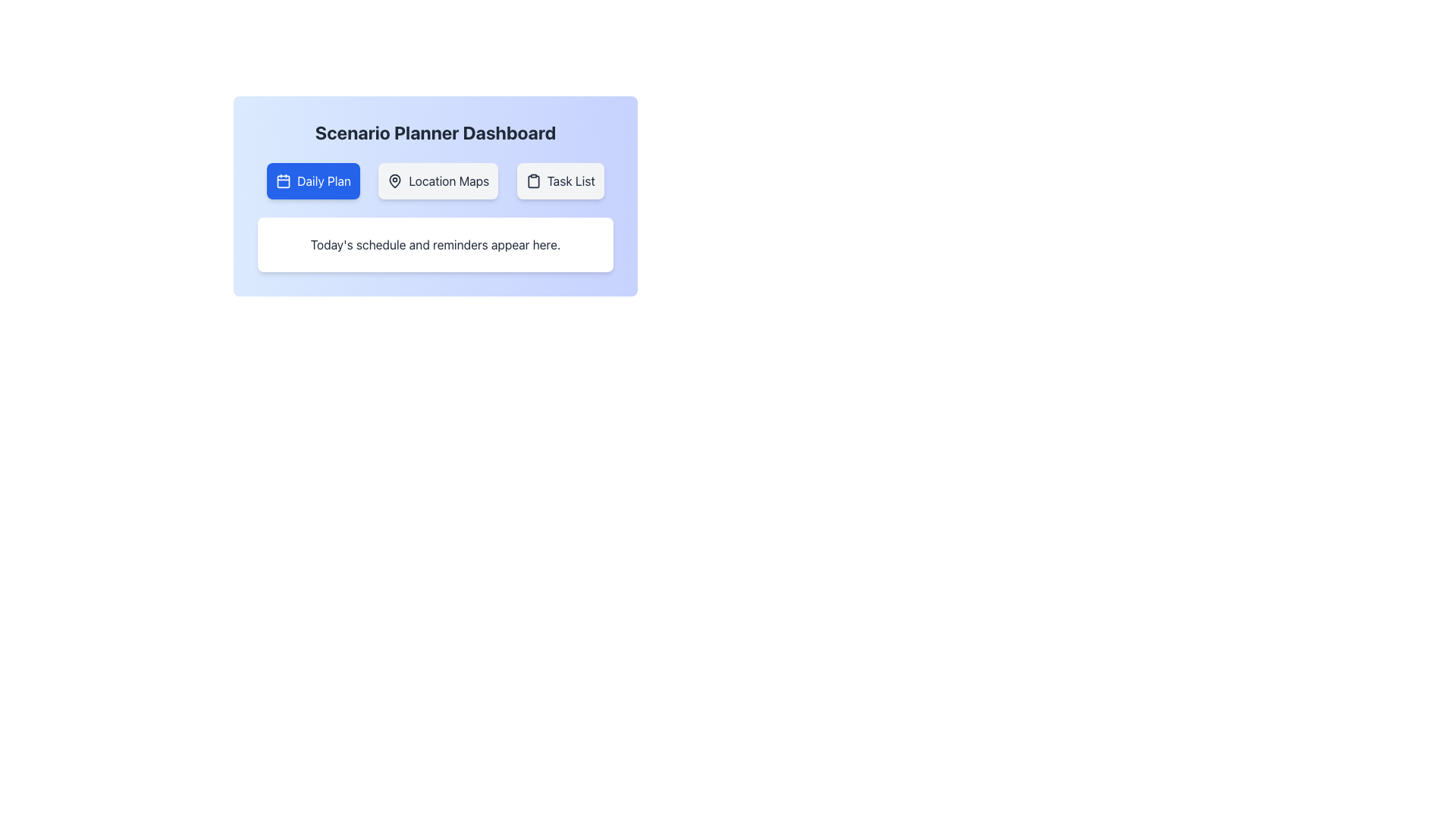  Describe the element at coordinates (395, 180) in the screenshot. I see `the map pin icon located within the 'Location Maps' button, which is the middle button in a horizontal group of three buttons in the dashboard layout` at that location.